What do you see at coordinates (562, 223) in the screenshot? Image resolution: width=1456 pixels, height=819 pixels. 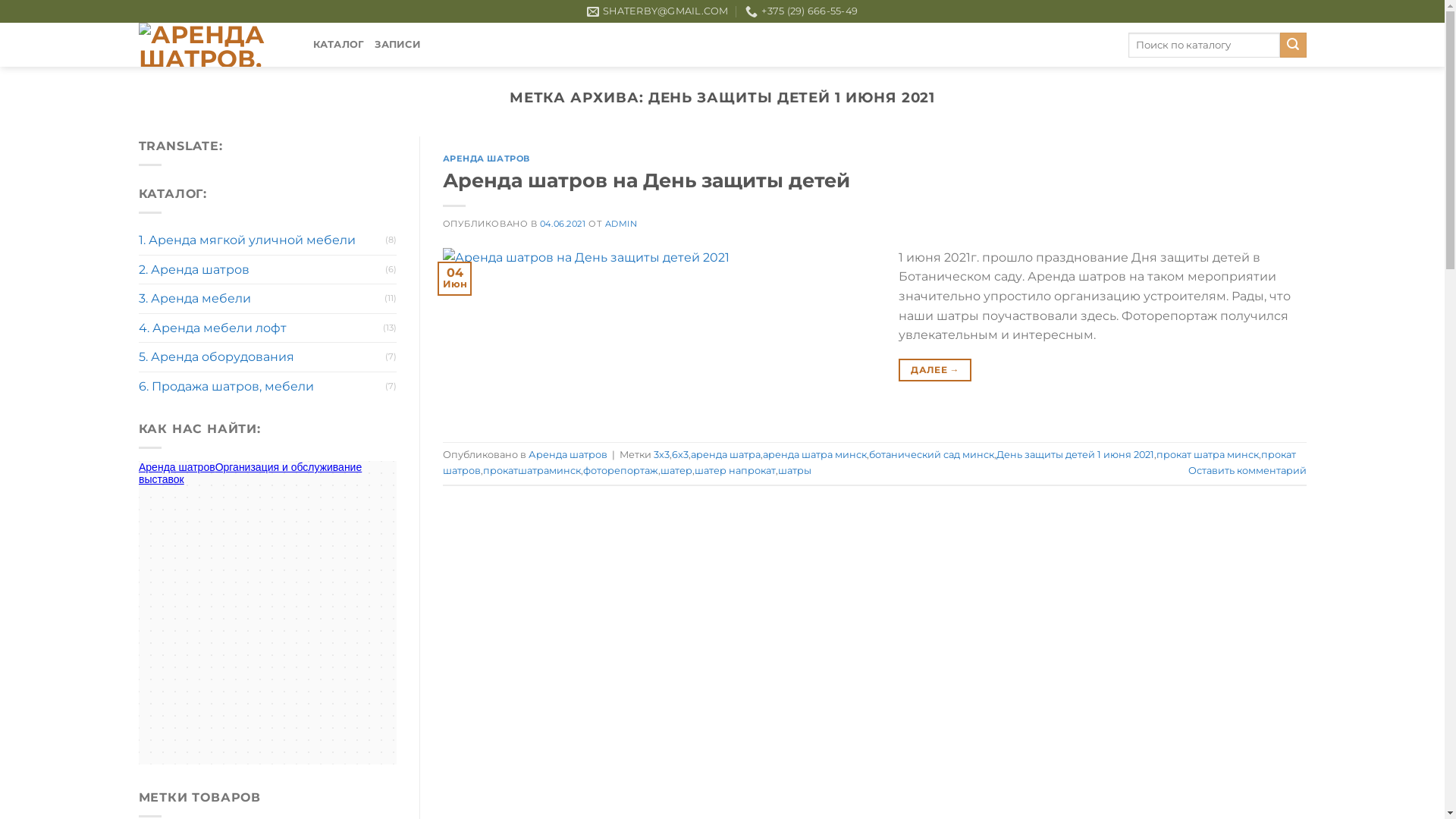 I see `'04.06.2021'` at bounding box center [562, 223].